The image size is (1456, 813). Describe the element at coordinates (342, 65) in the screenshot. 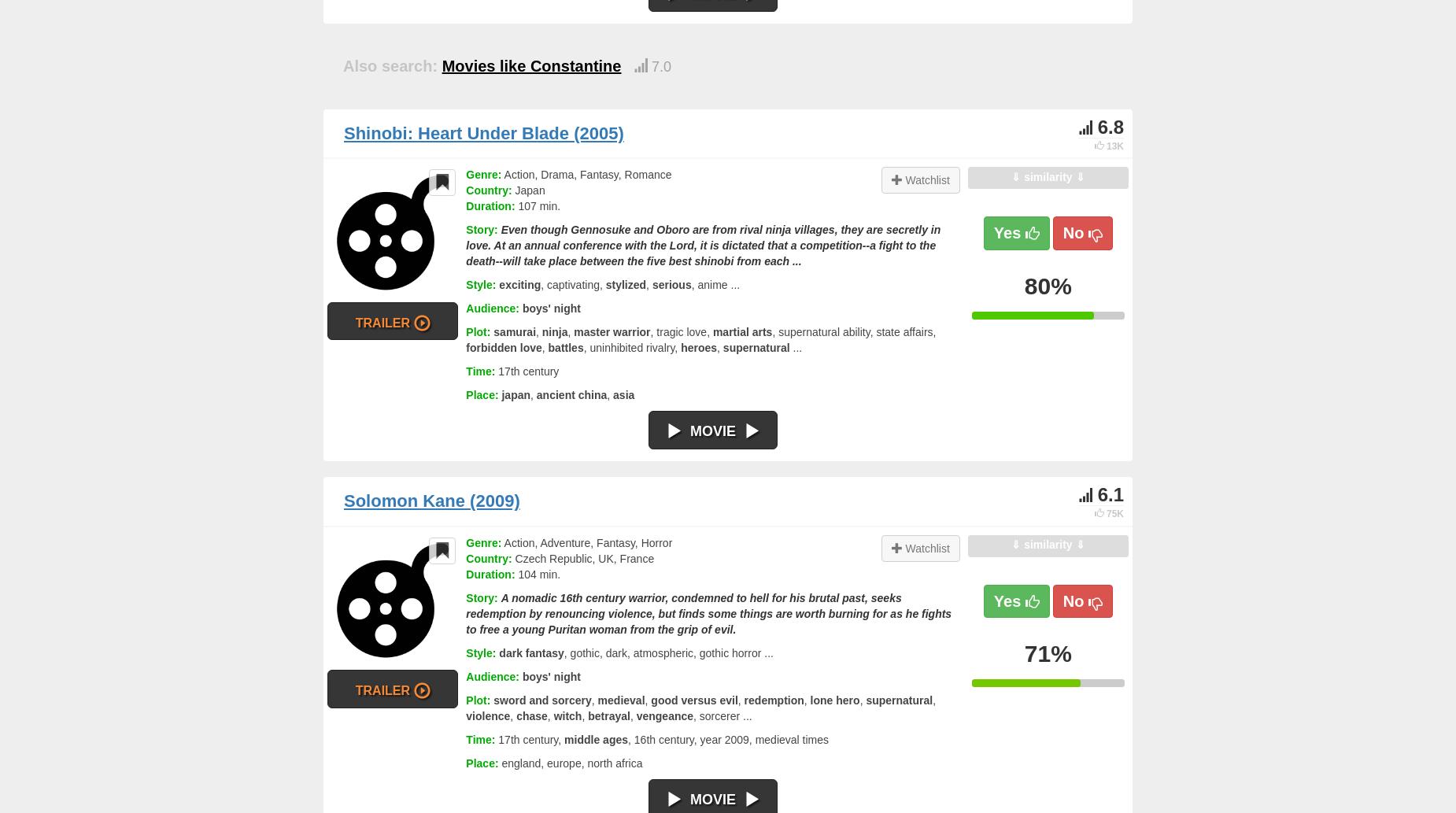

I see `'Also search:'` at that location.